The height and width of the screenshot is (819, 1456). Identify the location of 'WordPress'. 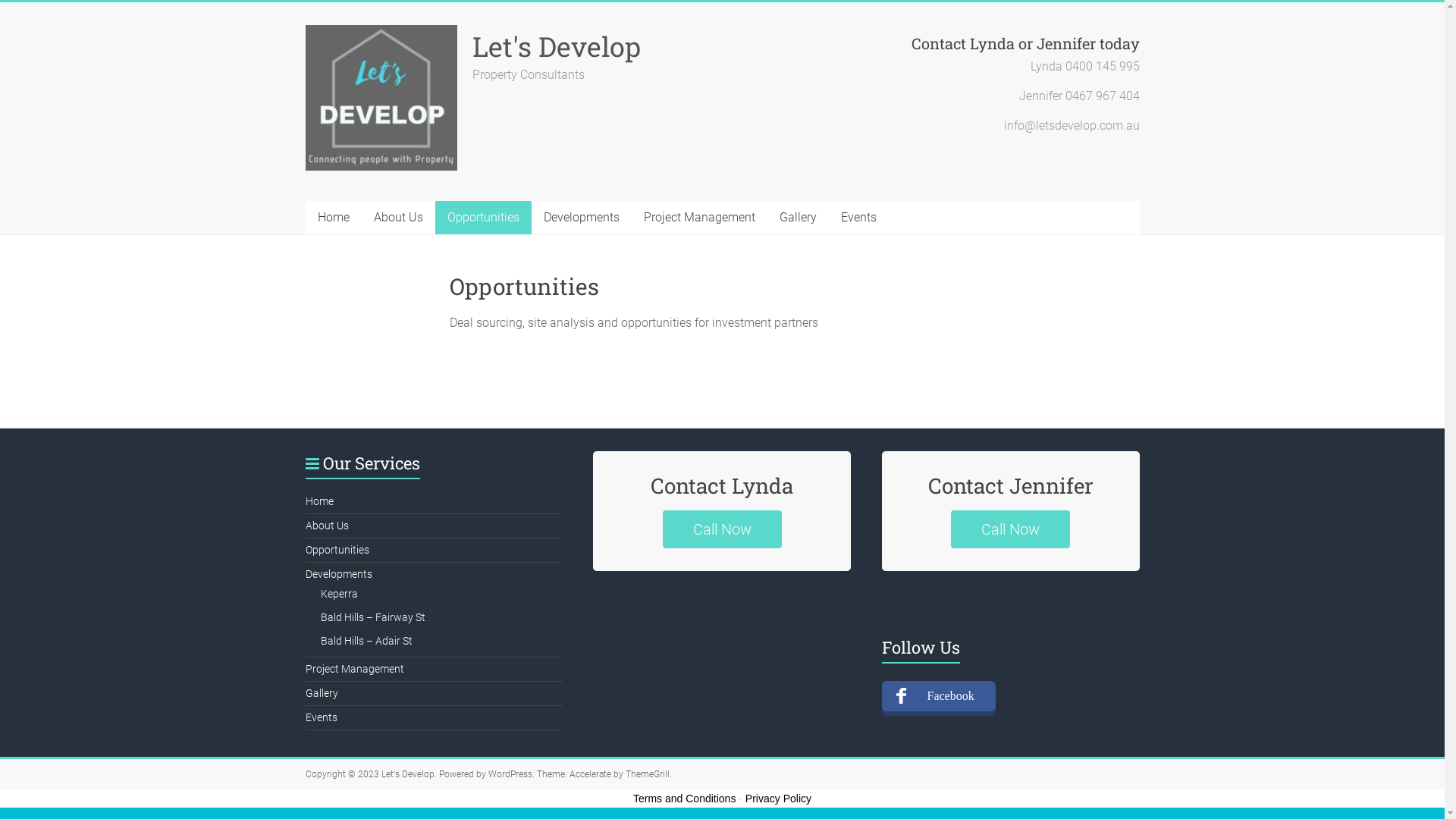
(510, 774).